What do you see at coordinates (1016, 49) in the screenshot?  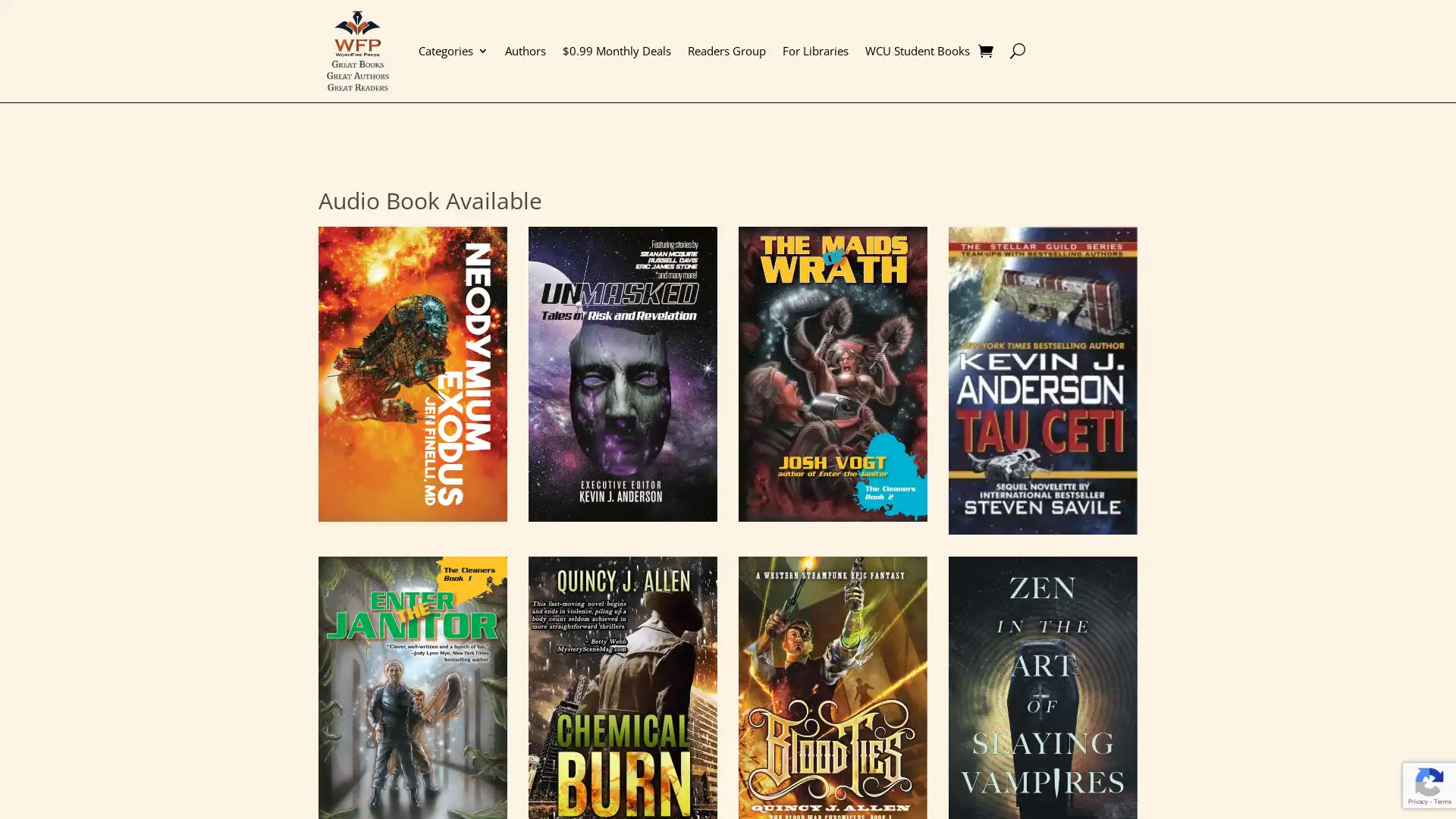 I see `U` at bounding box center [1016, 49].